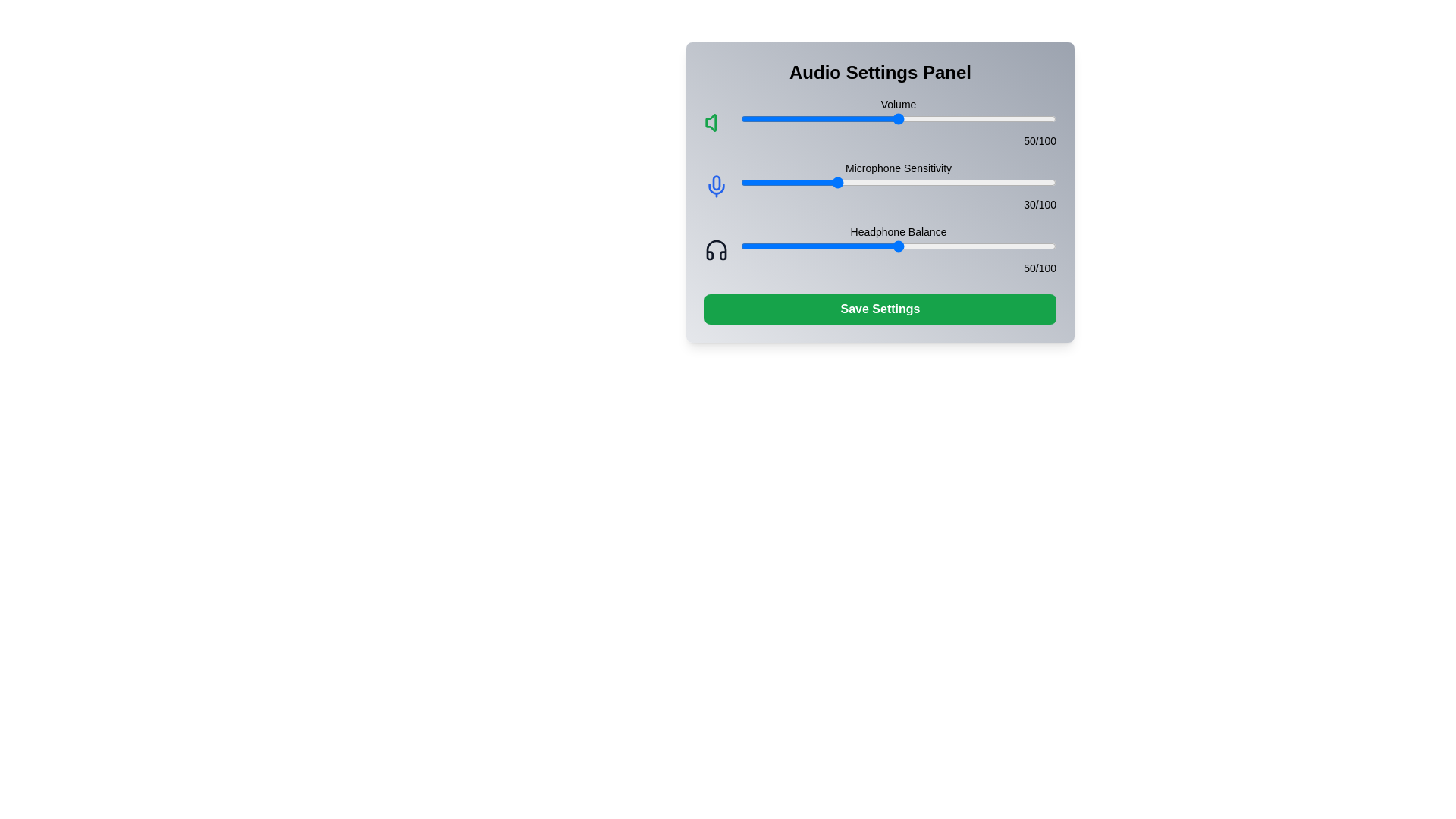 The height and width of the screenshot is (819, 1456). I want to click on microphone sensitivity, so click(747, 181).